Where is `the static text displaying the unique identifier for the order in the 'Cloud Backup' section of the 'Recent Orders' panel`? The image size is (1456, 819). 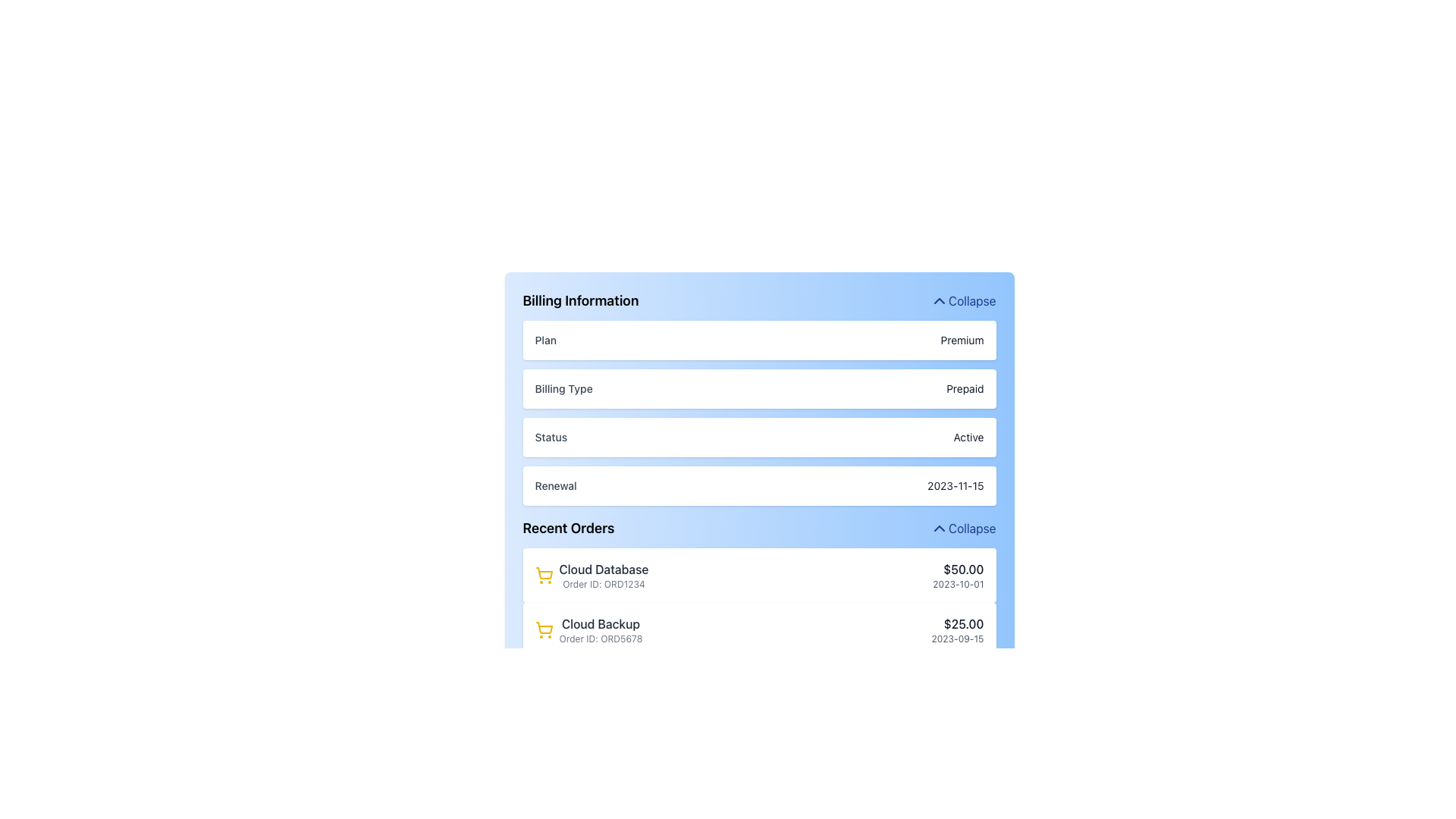
the static text displaying the unique identifier for the order in the 'Cloud Backup' section of the 'Recent Orders' panel is located at coordinates (600, 639).